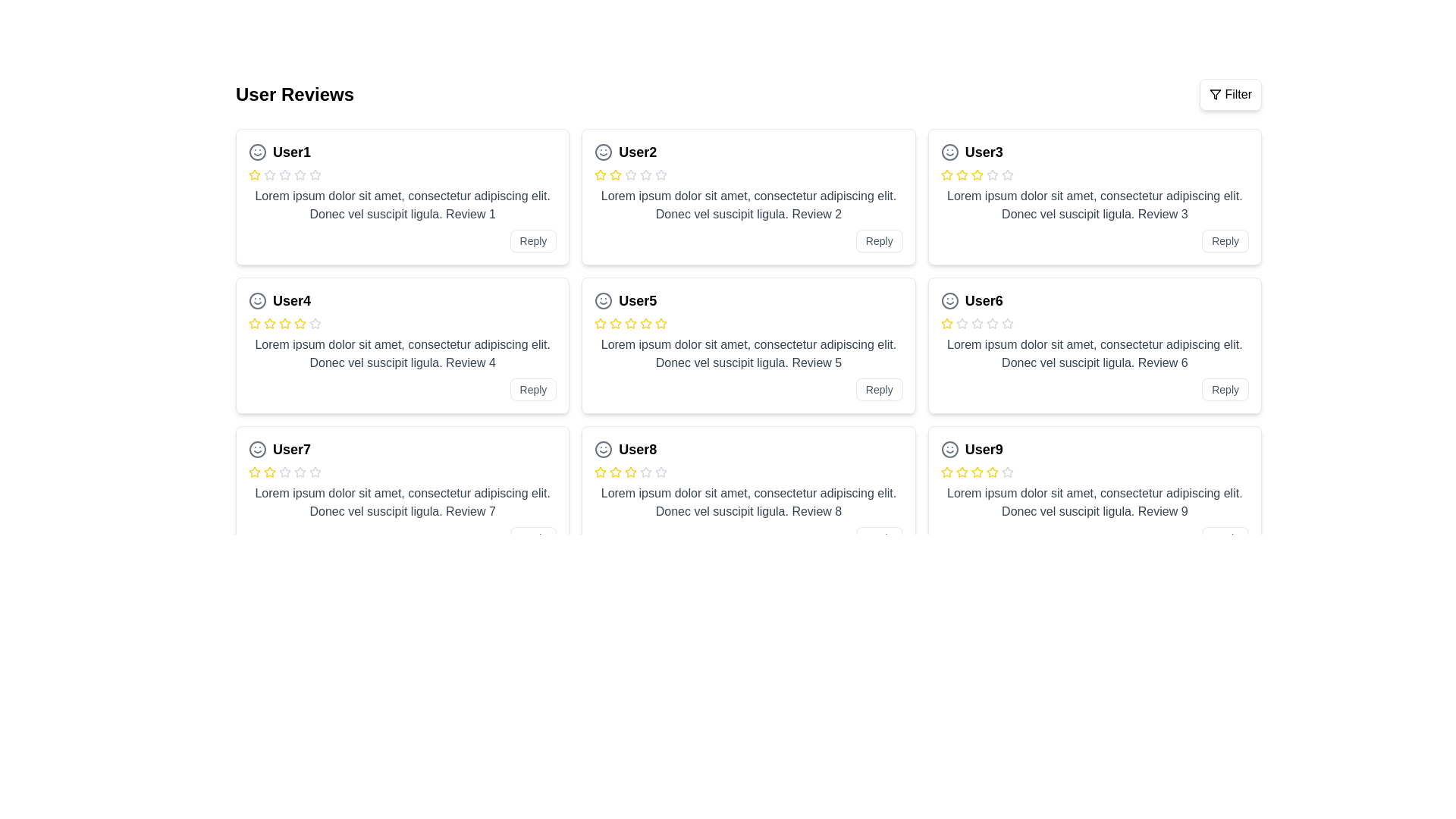 The height and width of the screenshot is (819, 1456). What do you see at coordinates (984, 301) in the screenshot?
I see `the text label displaying 'User6', which is styled in bold and slightly larger font, located in the third row, first column of the main grid layout` at bounding box center [984, 301].